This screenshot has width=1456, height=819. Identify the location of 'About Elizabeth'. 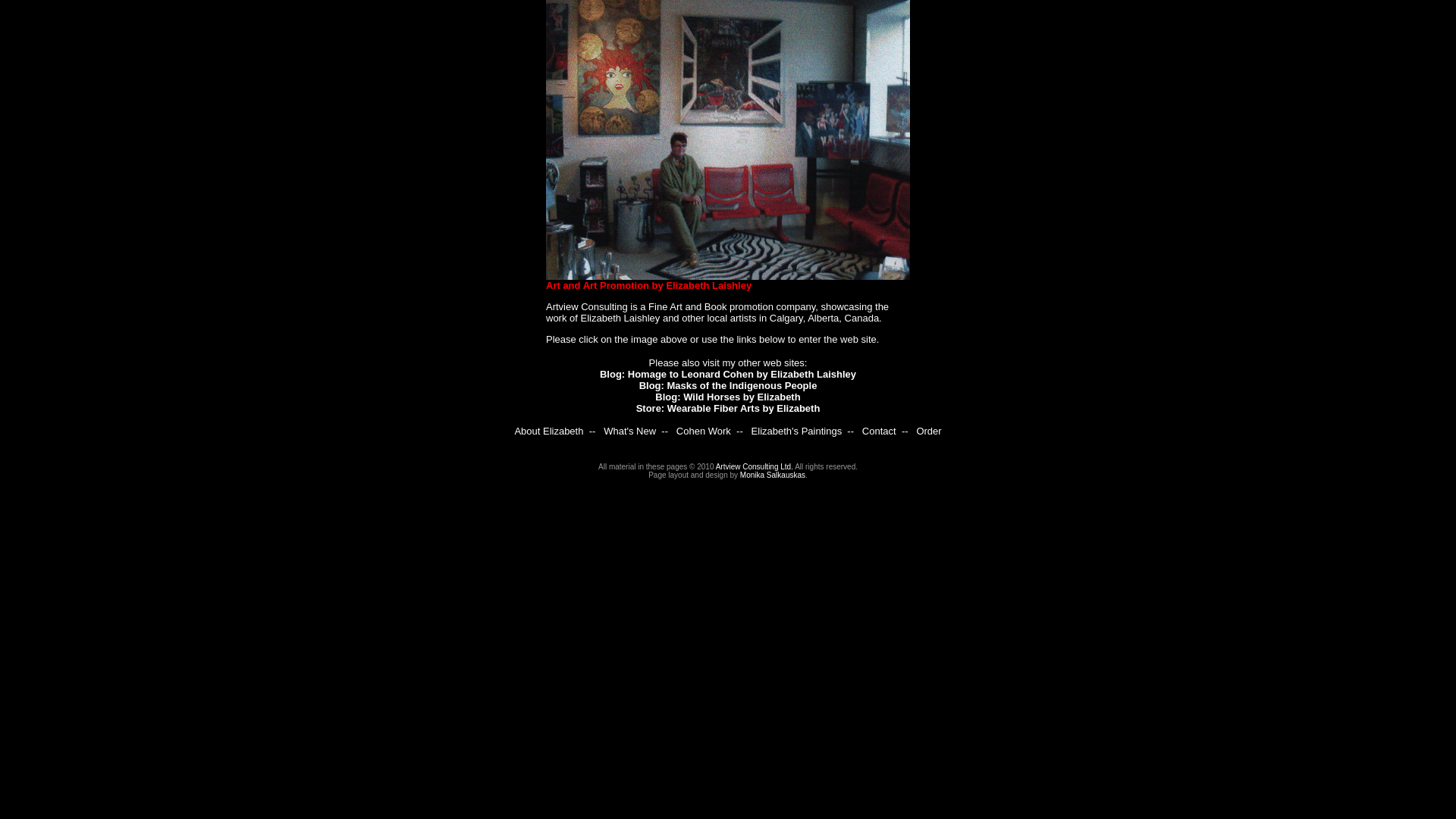
(548, 431).